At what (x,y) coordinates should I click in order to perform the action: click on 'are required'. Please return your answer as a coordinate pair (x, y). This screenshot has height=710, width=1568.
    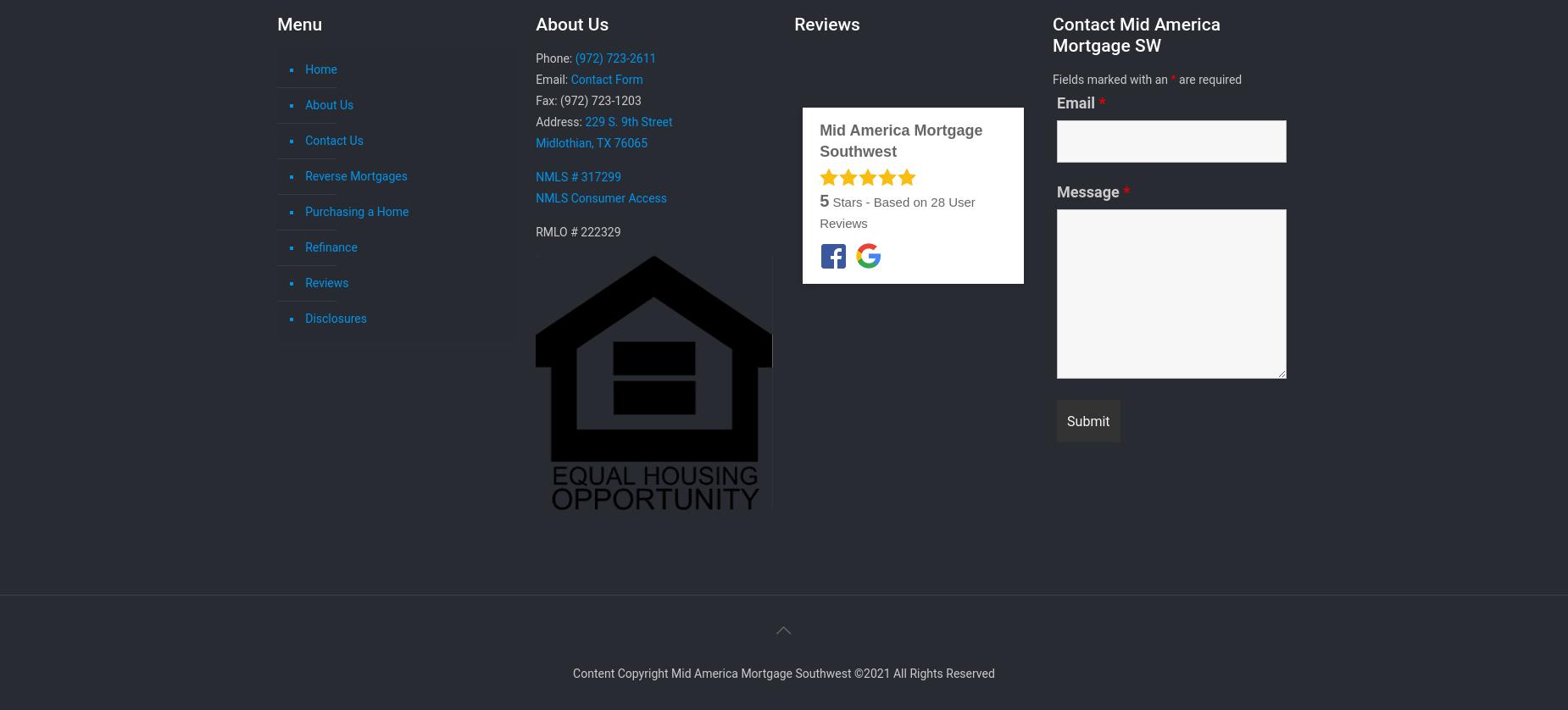
    Looking at the image, I should click on (1208, 80).